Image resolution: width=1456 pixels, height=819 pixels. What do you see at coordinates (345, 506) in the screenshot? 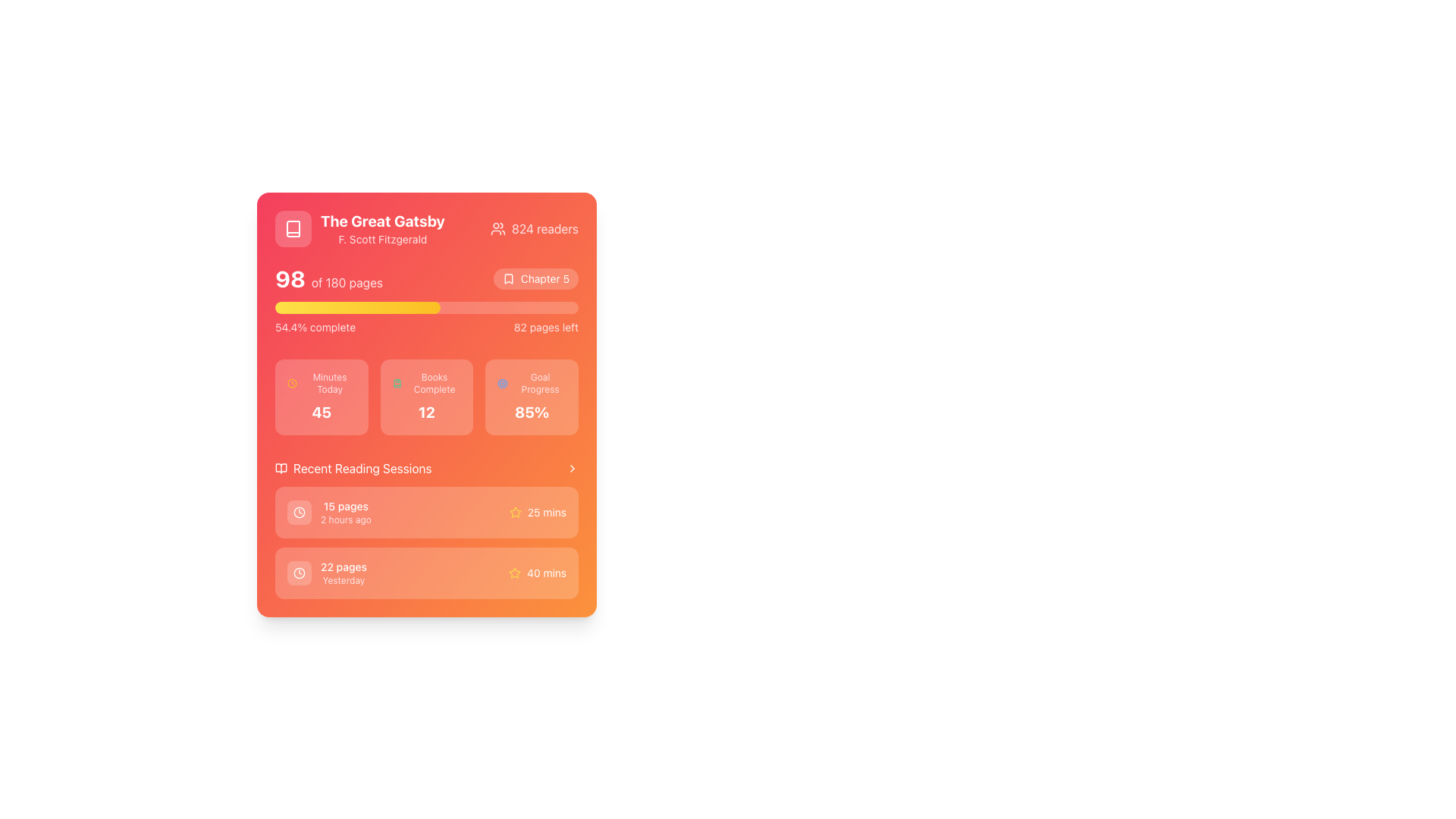
I see `the text label displaying '15 pages' located in the 'Recent Reading Sessions' section` at bounding box center [345, 506].